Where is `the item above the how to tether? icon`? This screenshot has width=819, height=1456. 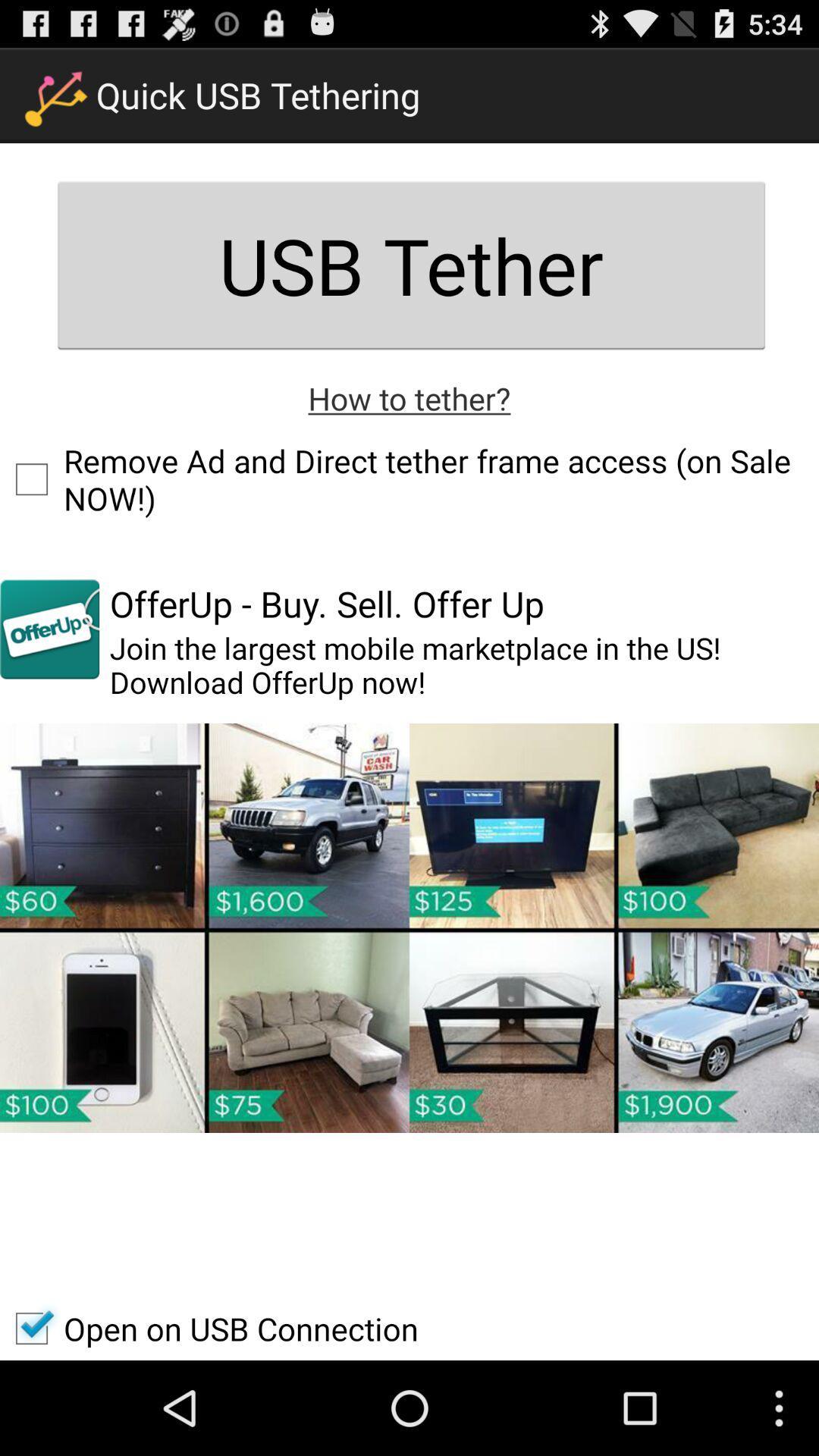 the item above the how to tether? icon is located at coordinates (411, 265).